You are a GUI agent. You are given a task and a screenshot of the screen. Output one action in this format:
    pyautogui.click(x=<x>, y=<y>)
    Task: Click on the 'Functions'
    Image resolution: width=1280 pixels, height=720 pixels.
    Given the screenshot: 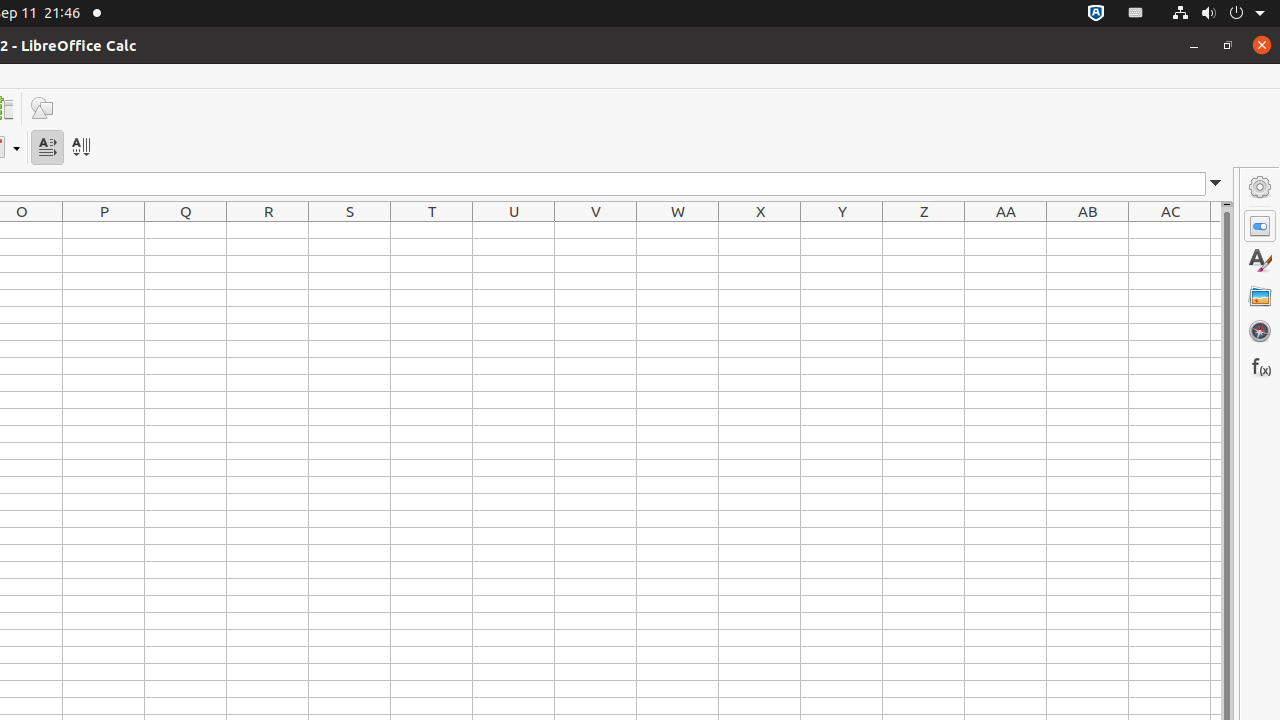 What is the action you would take?
    pyautogui.click(x=1259, y=365)
    